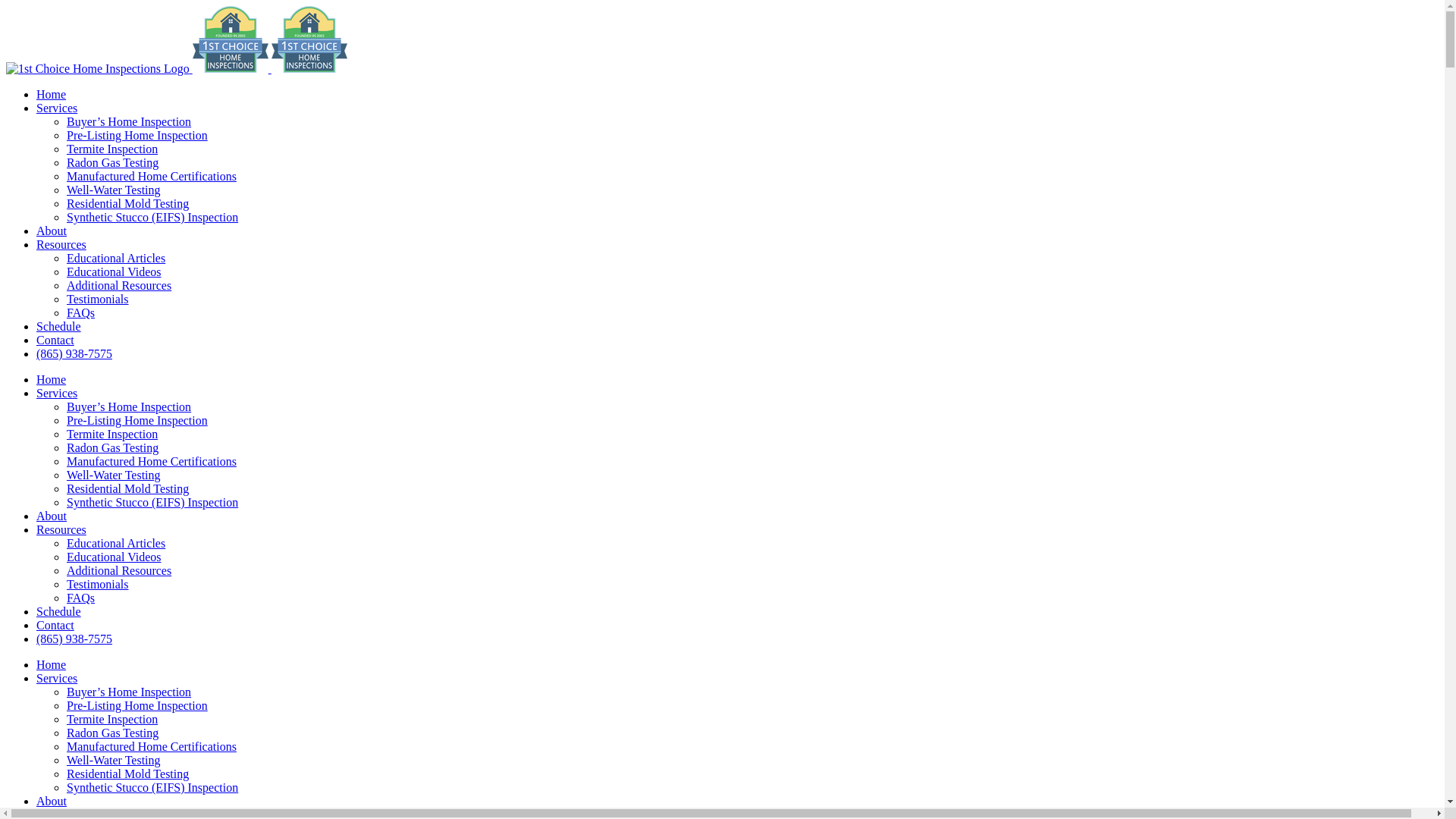 The width and height of the screenshot is (1456, 819). Describe the element at coordinates (127, 488) in the screenshot. I see `'Residential Mold Testing'` at that location.